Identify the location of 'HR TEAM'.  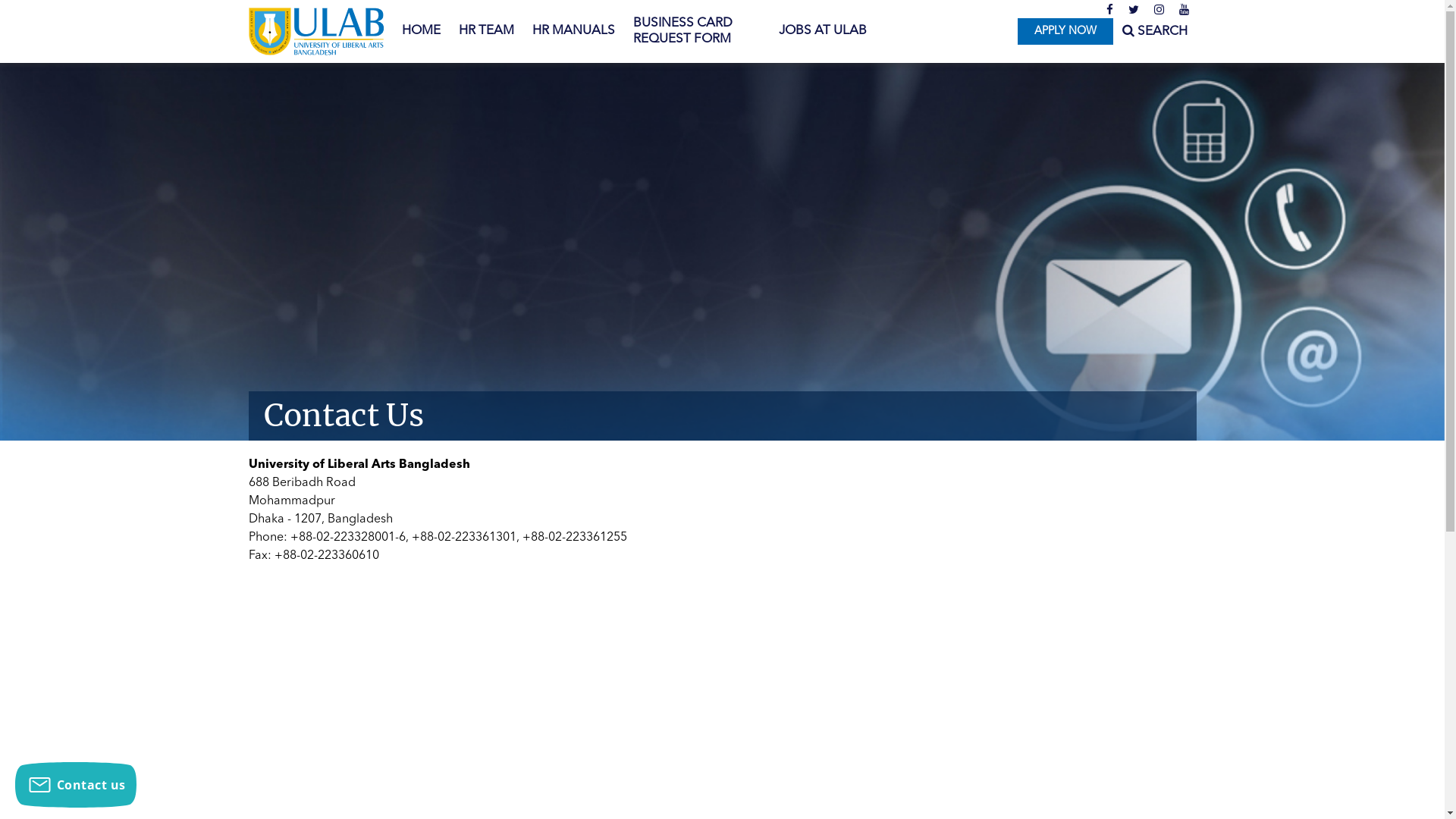
(485, 31).